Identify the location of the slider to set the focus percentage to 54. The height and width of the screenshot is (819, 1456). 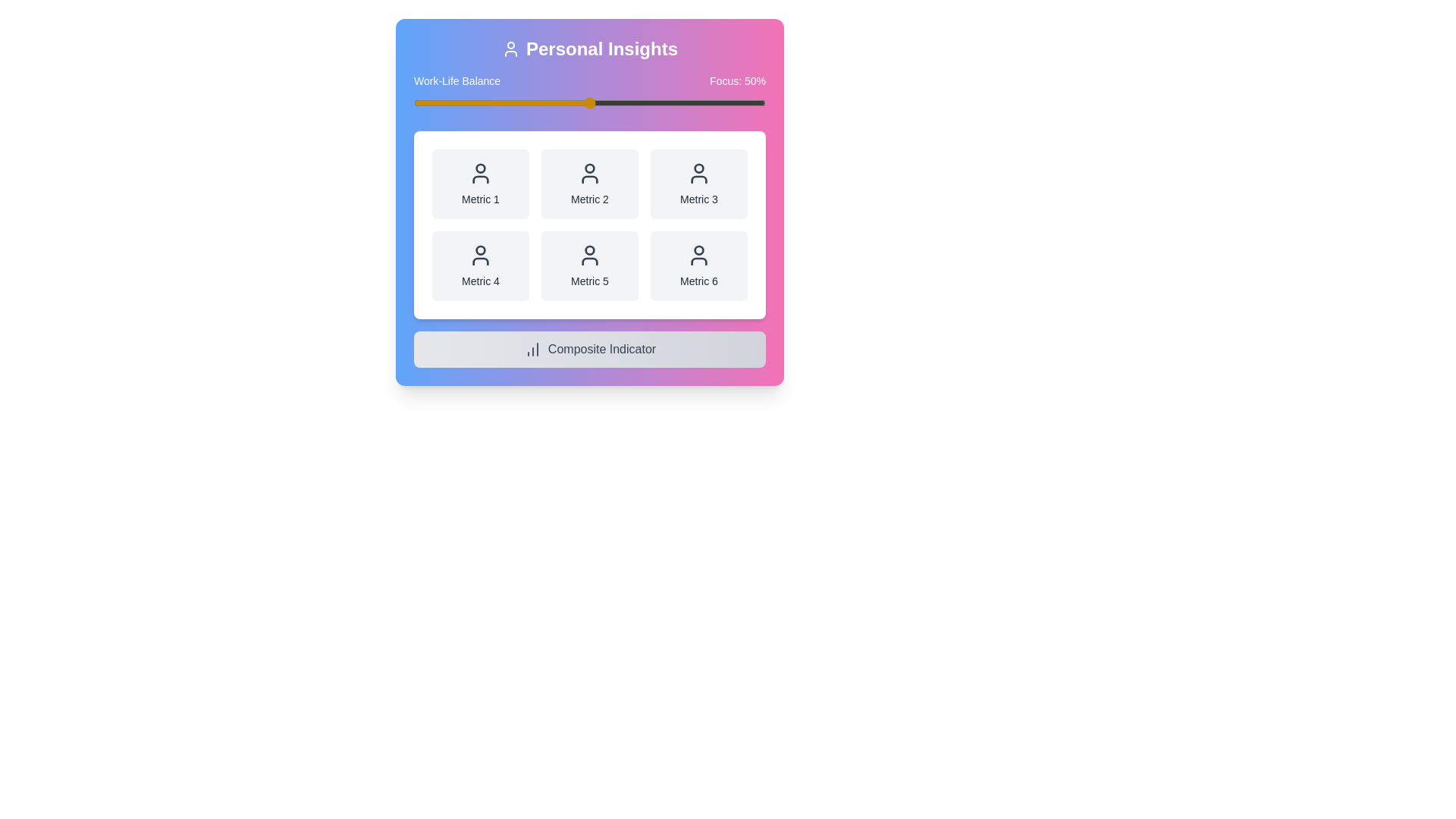
(603, 102).